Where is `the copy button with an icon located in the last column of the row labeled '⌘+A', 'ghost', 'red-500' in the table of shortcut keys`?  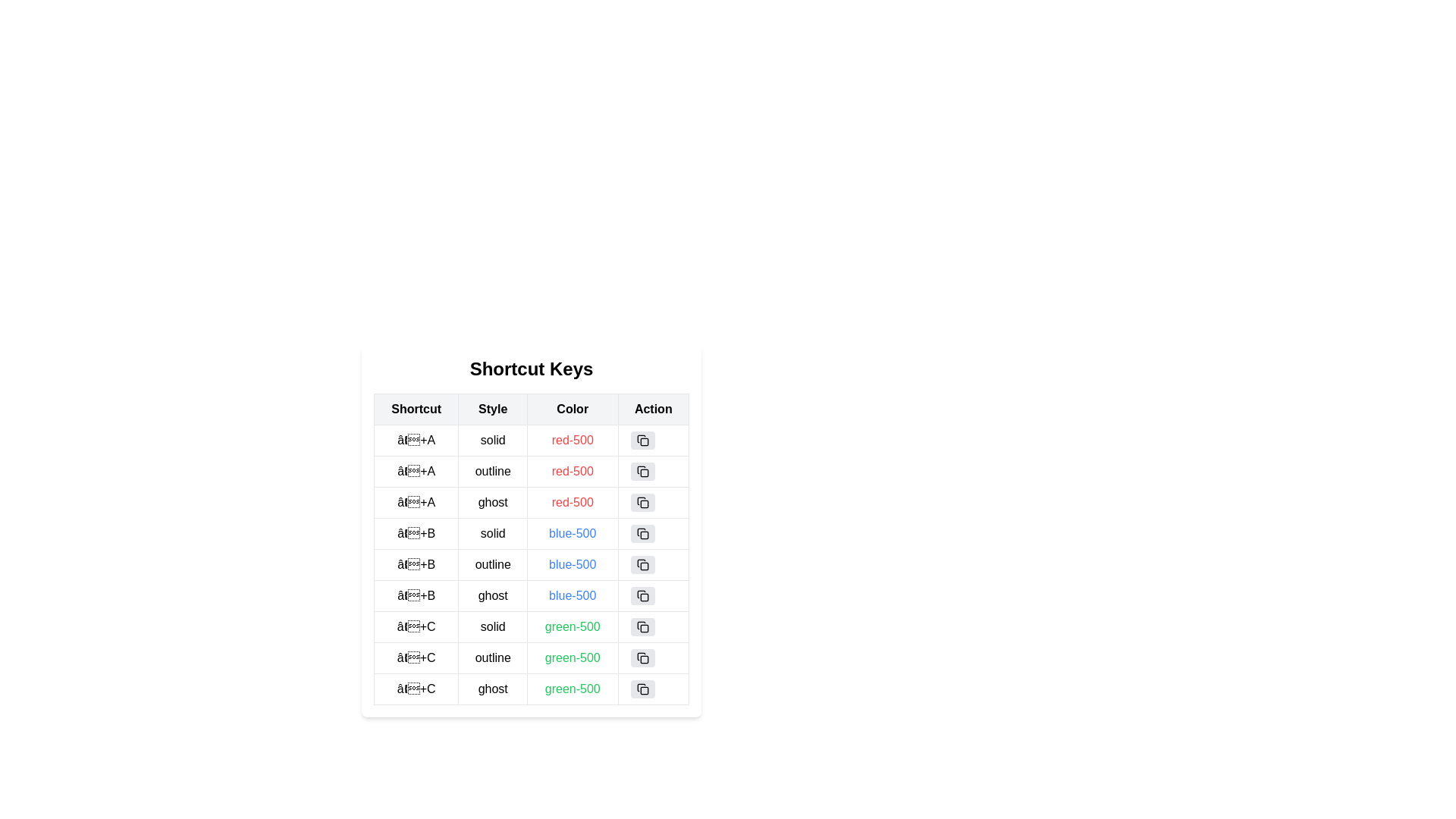 the copy button with an icon located in the last column of the row labeled '⌘+A', 'ghost', 'red-500' in the table of shortcut keys is located at coordinates (653, 503).